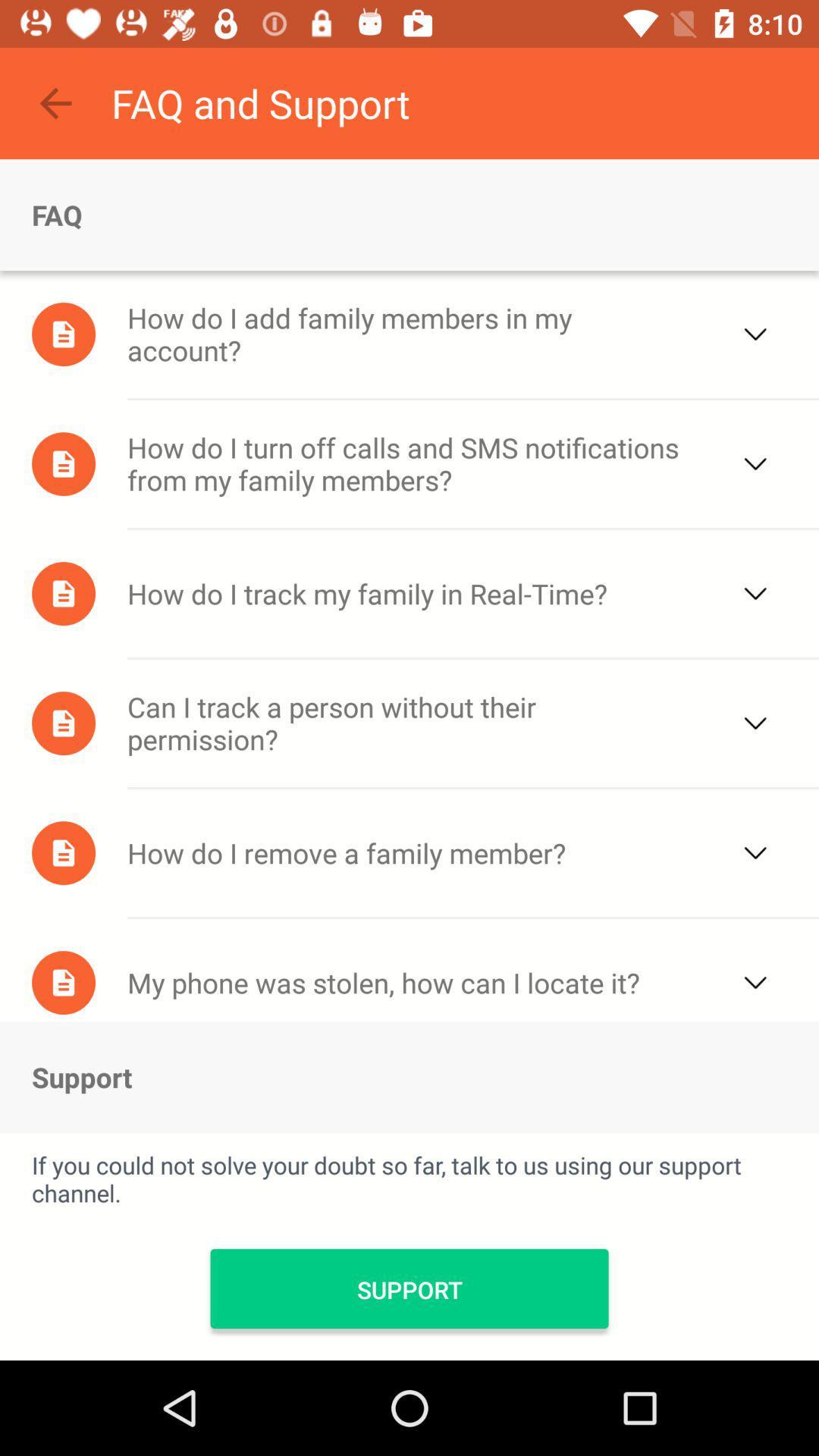 Image resolution: width=819 pixels, height=1456 pixels. Describe the element at coordinates (55, 102) in the screenshot. I see `the item to the left of faq and support icon` at that location.